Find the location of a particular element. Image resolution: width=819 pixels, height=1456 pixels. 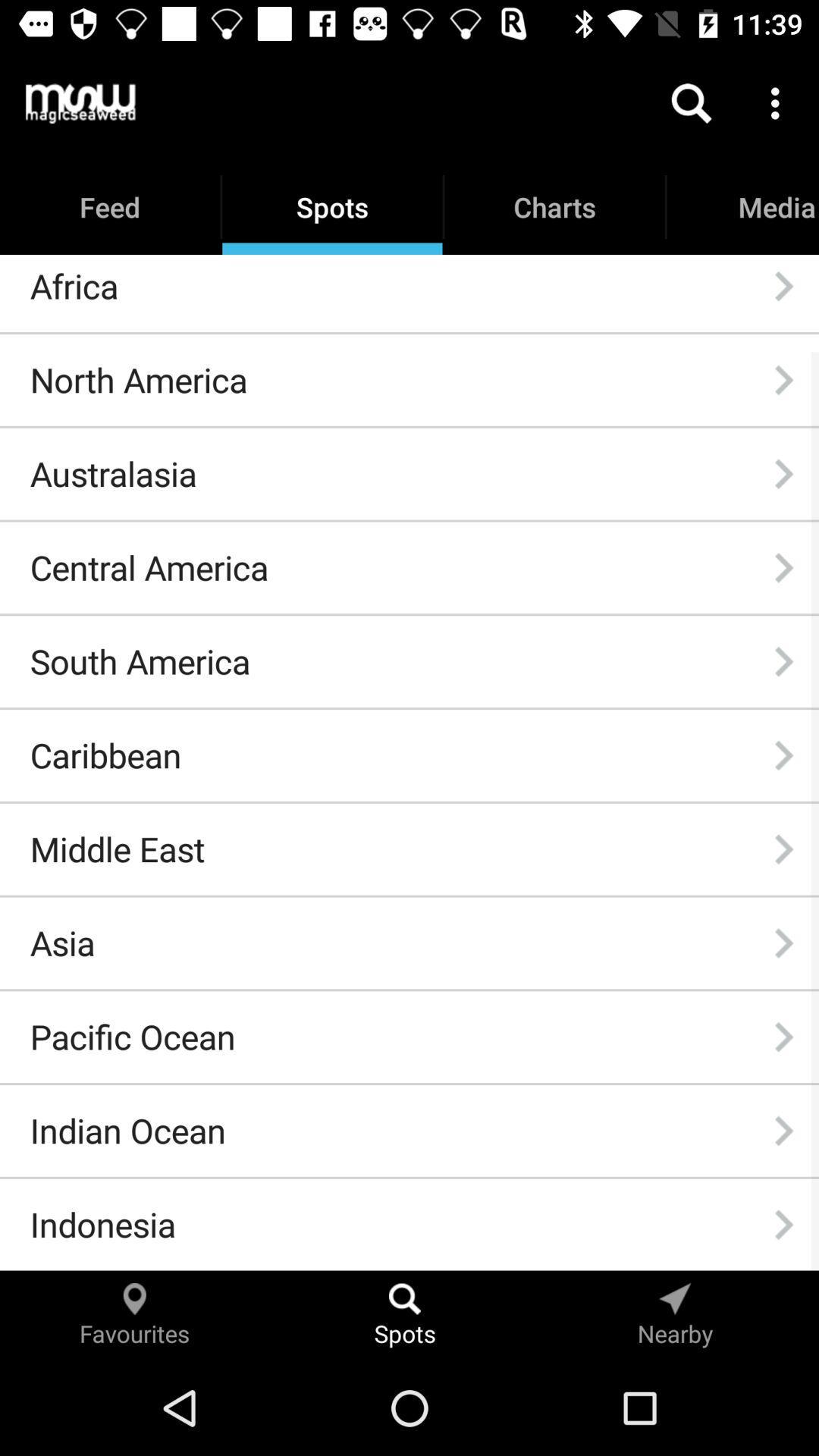

item above caribbean icon is located at coordinates (140, 661).